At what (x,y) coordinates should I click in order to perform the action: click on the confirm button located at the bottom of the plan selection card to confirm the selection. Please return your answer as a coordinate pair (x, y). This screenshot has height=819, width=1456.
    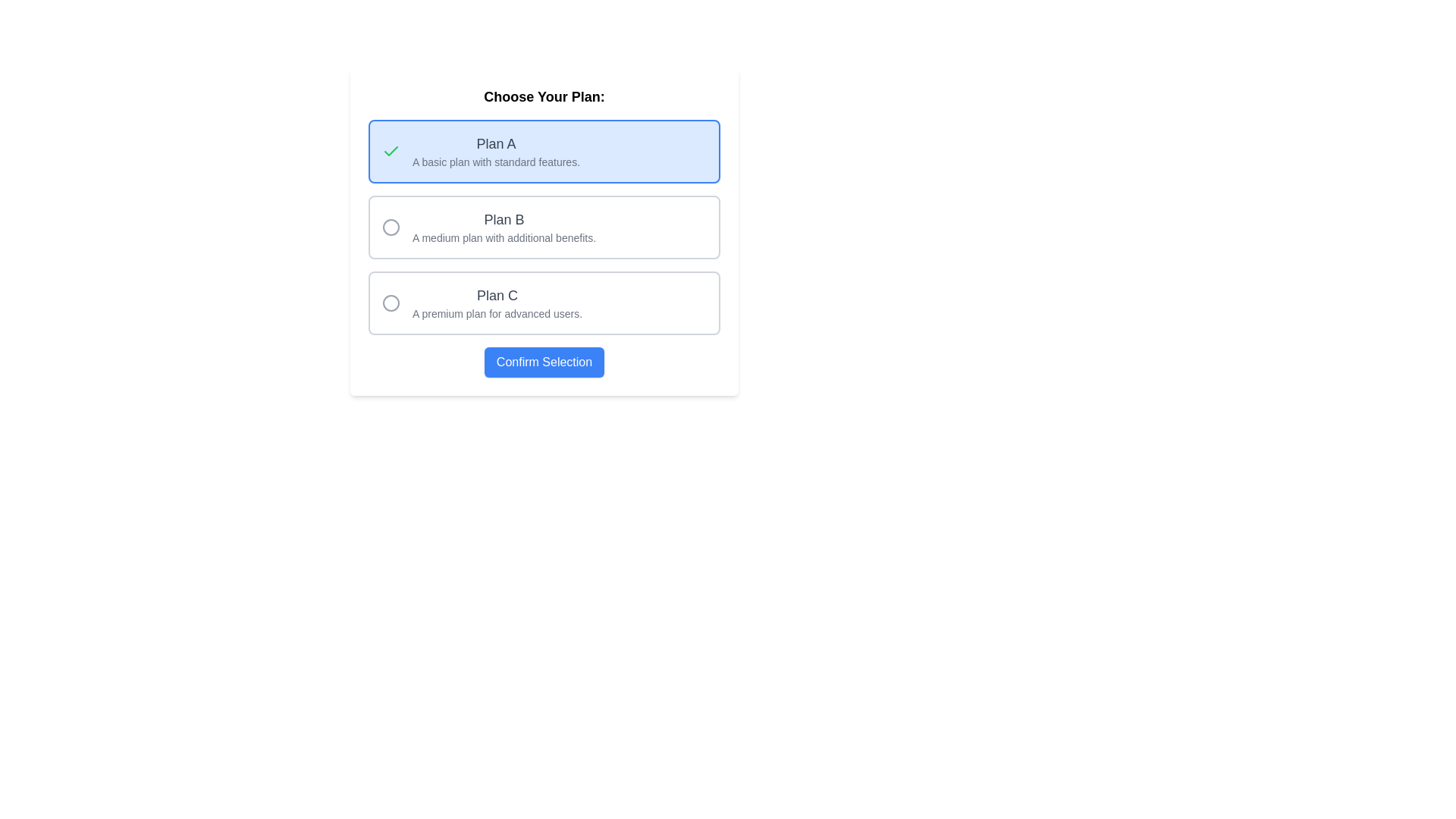
    Looking at the image, I should click on (544, 362).